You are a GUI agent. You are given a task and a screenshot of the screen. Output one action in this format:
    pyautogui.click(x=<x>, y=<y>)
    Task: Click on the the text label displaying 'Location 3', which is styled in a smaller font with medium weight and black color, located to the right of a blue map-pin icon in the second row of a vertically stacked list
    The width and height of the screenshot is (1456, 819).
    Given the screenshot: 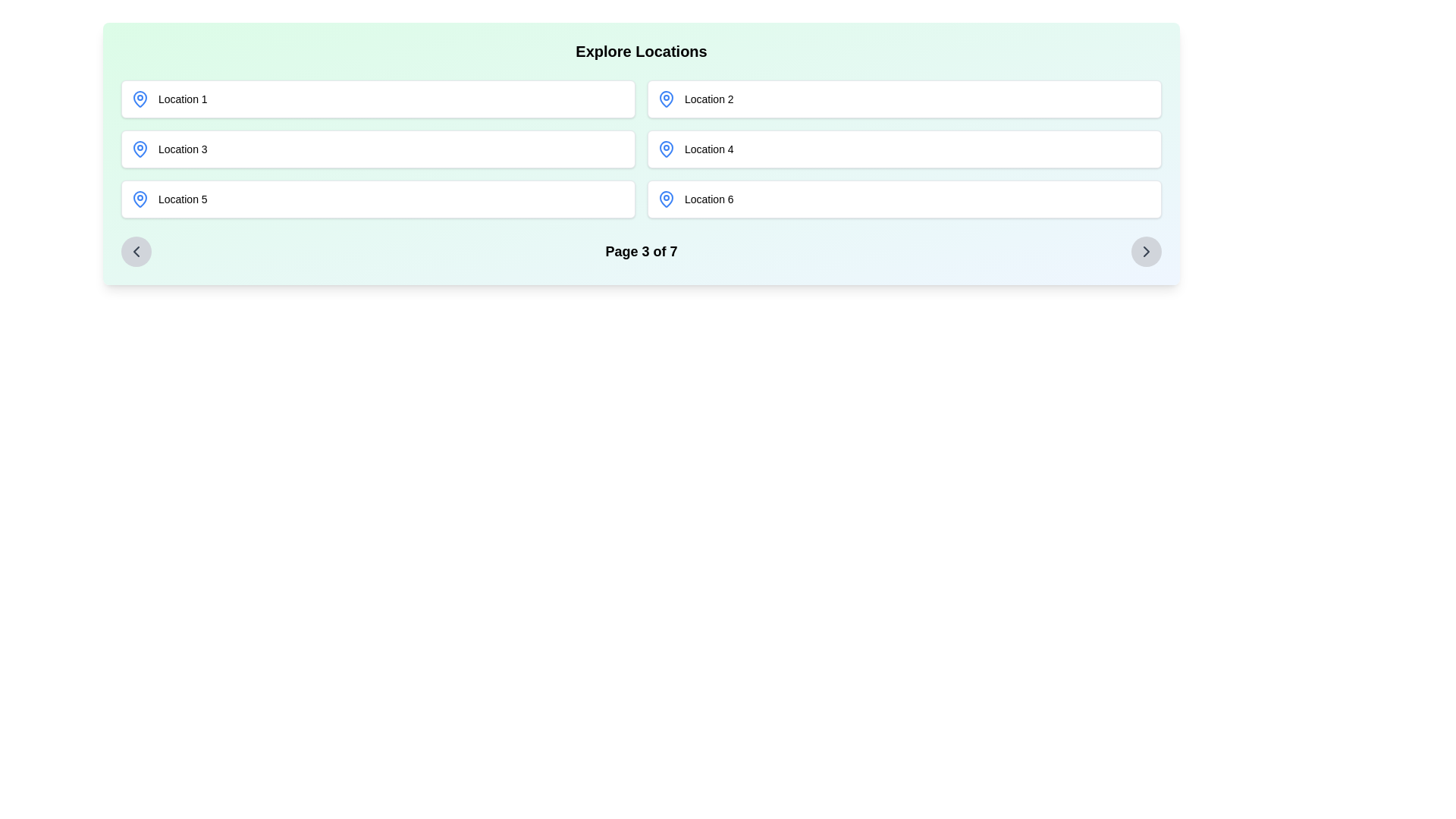 What is the action you would take?
    pyautogui.click(x=182, y=149)
    